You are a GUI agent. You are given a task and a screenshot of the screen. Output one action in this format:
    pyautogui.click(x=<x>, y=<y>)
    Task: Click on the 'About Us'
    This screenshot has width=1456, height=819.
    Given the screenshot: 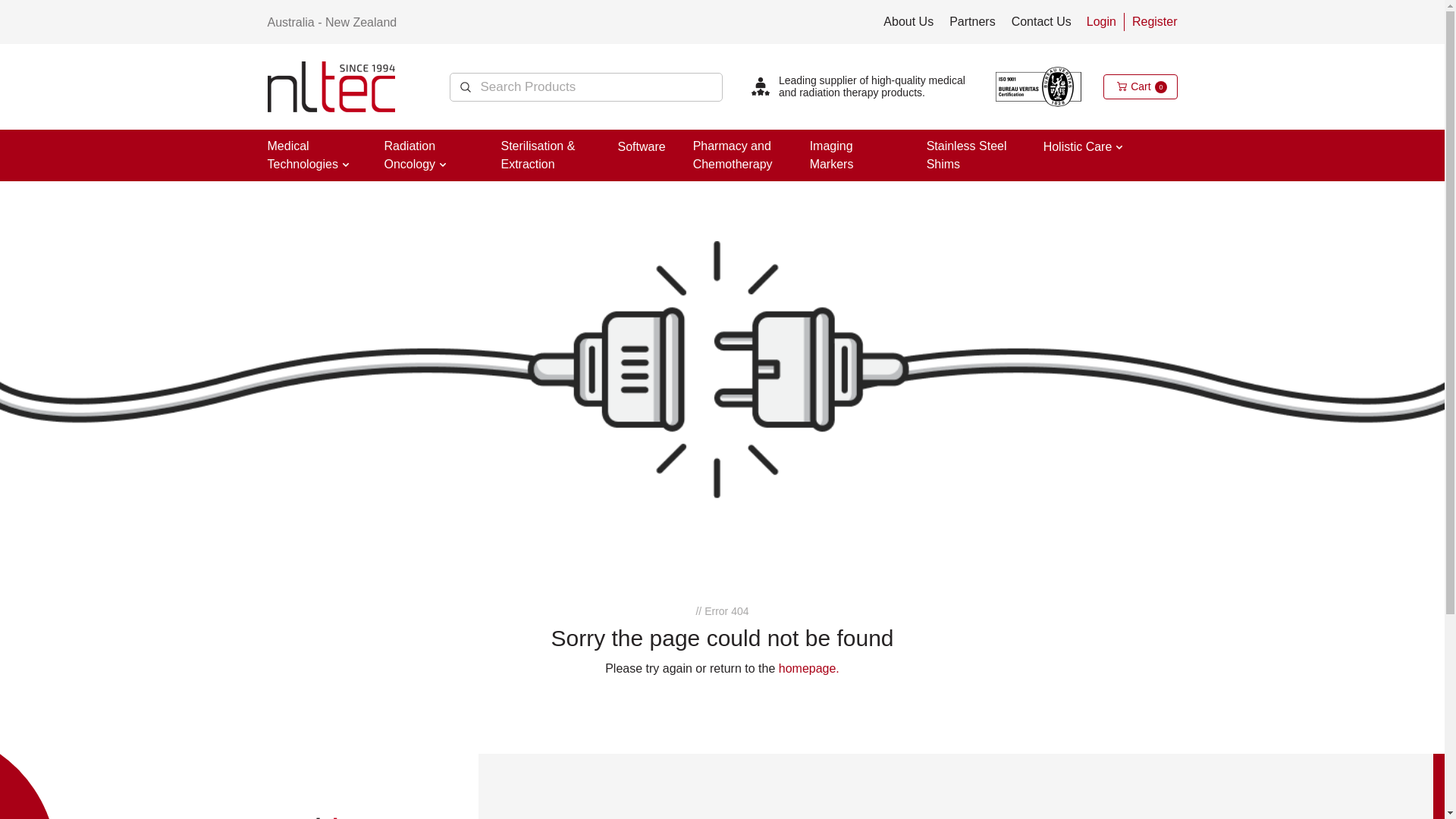 What is the action you would take?
    pyautogui.click(x=908, y=21)
    